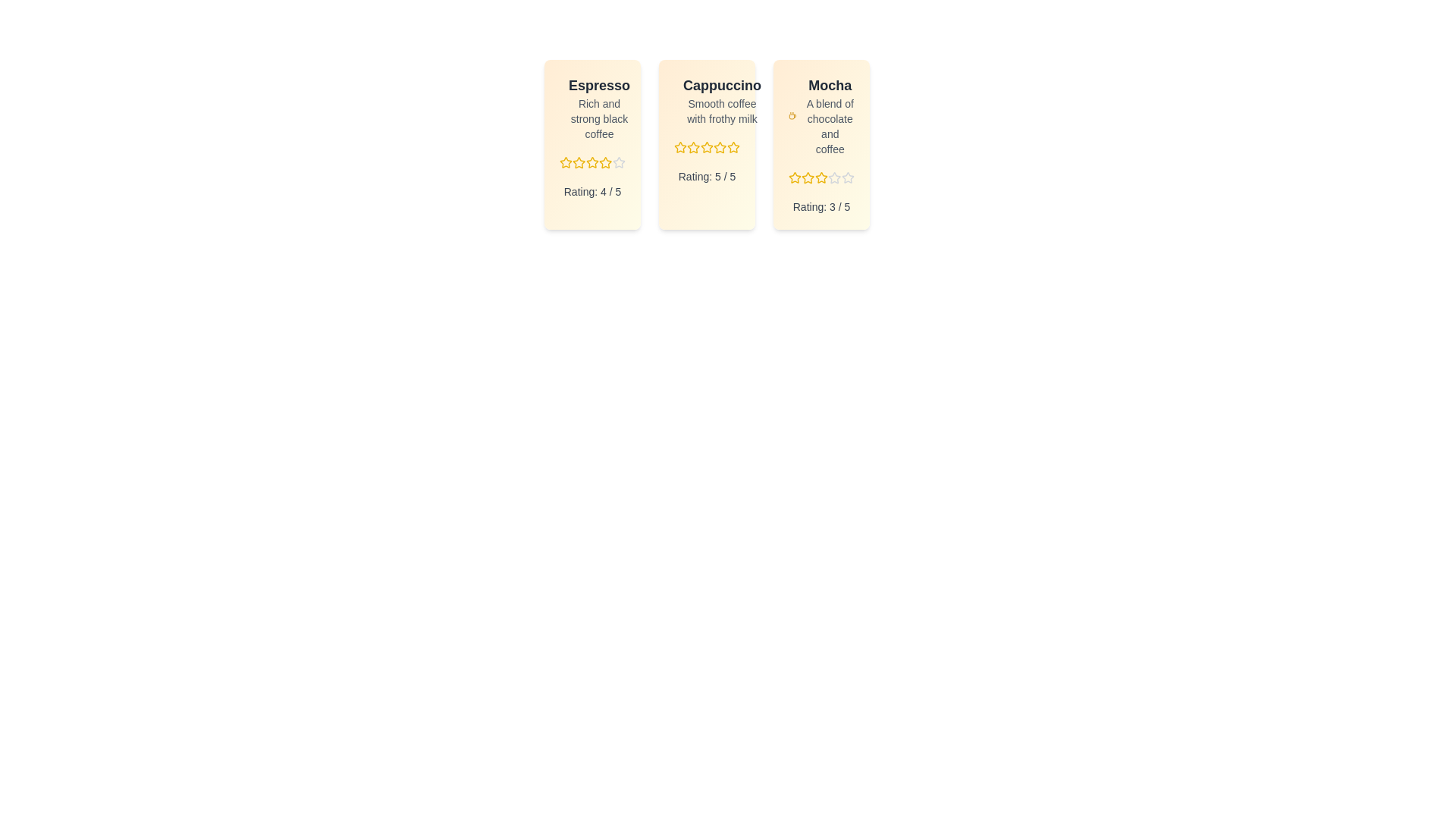 Image resolution: width=1456 pixels, height=819 pixels. Describe the element at coordinates (821, 145) in the screenshot. I see `the menu item card for Mocha` at that location.